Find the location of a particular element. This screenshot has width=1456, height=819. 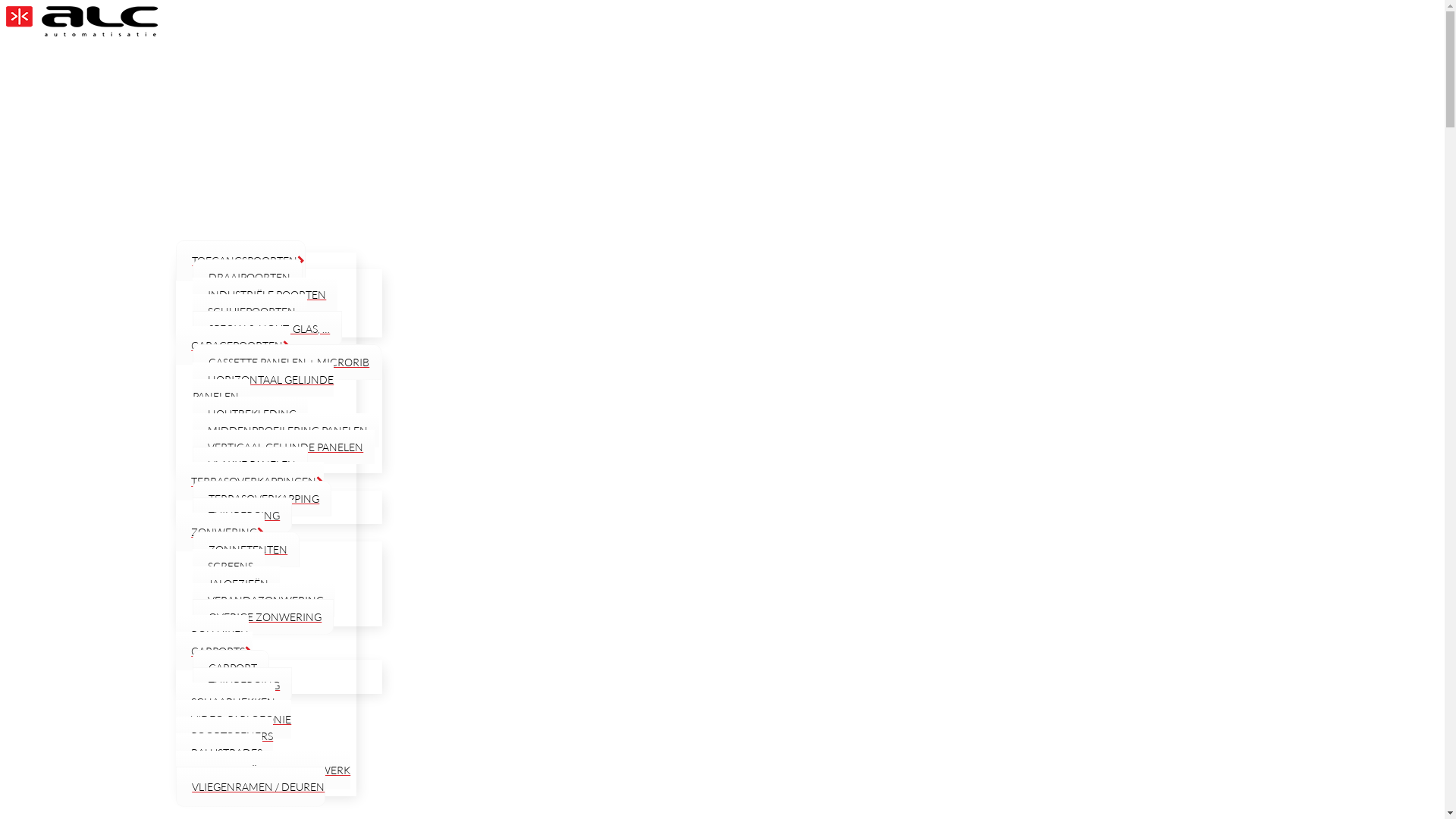

'TERRASOVERKAPPING' is located at coordinates (192, 498).